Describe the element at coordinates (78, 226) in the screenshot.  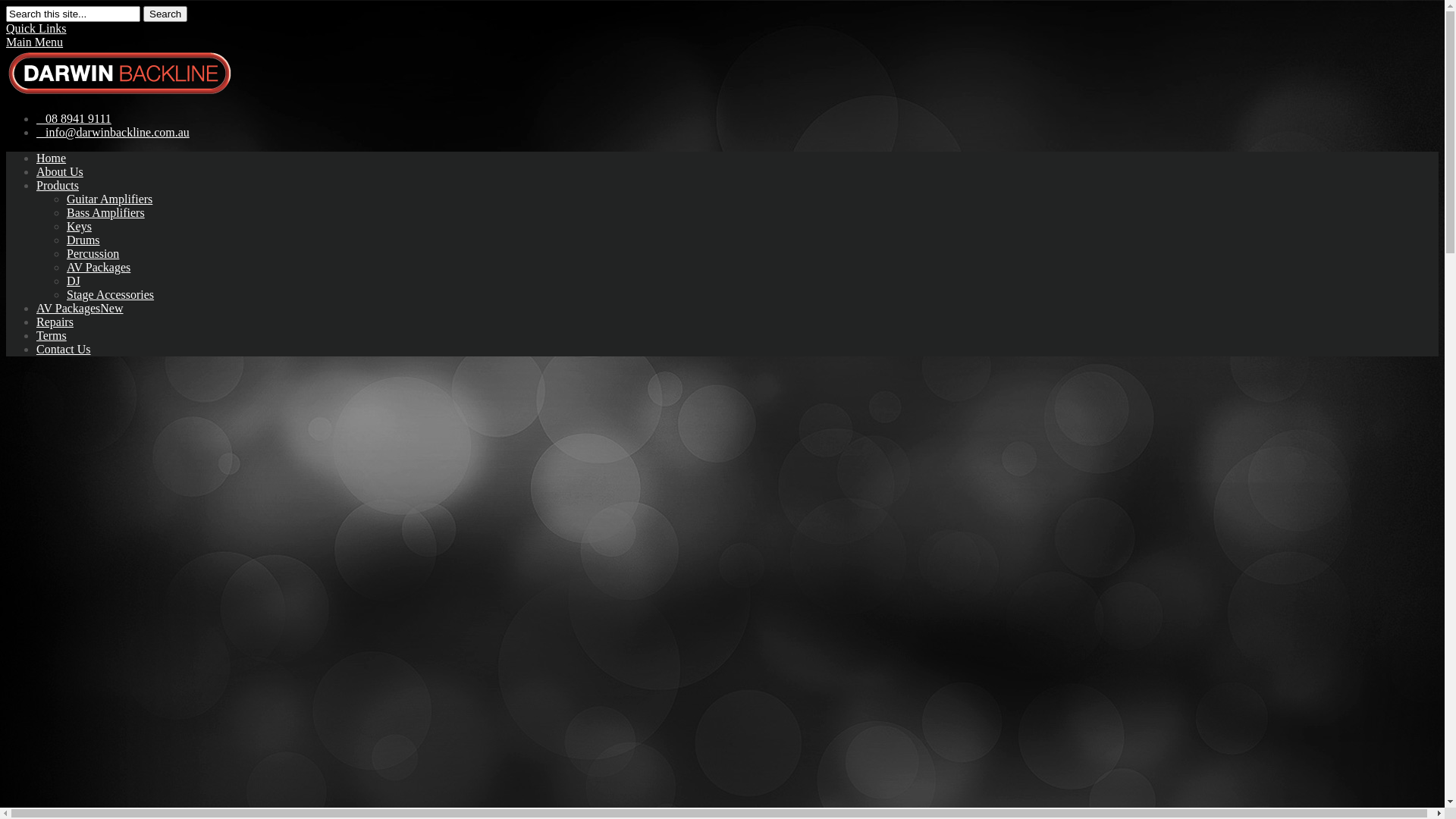
I see `'Keys'` at that location.